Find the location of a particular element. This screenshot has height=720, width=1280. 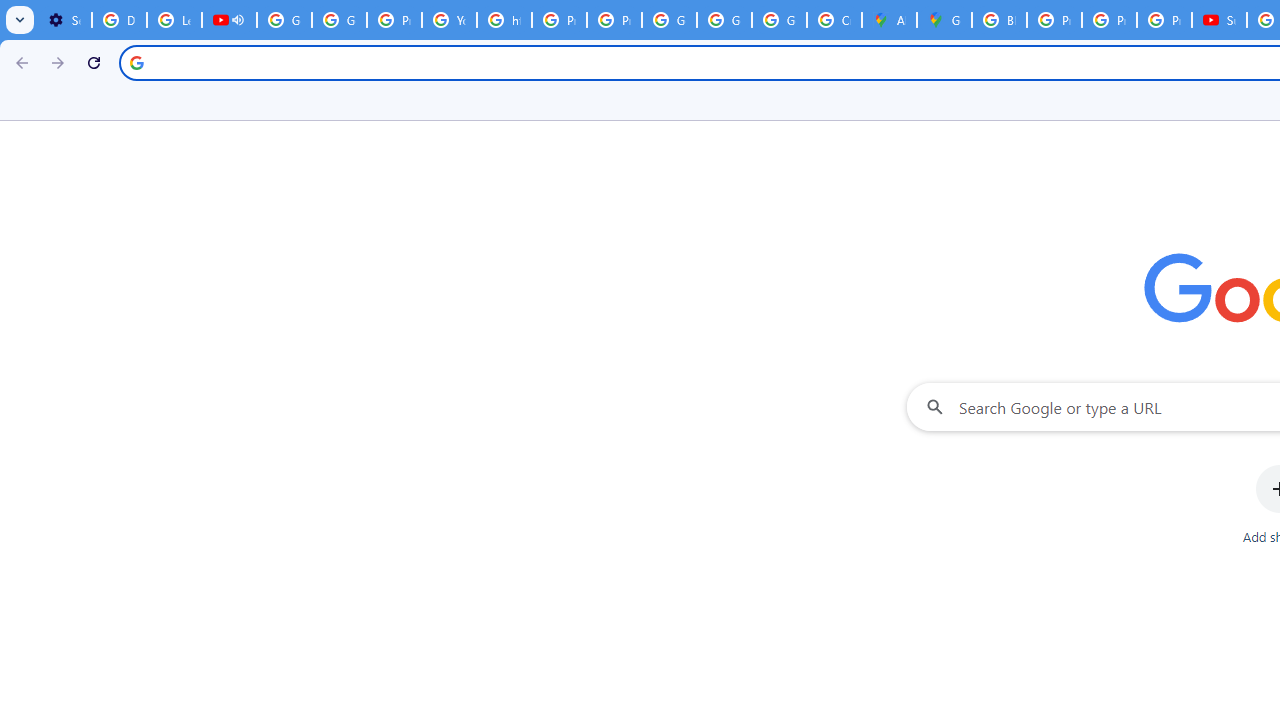

'Settings - Customize profile' is located at coordinates (64, 20).